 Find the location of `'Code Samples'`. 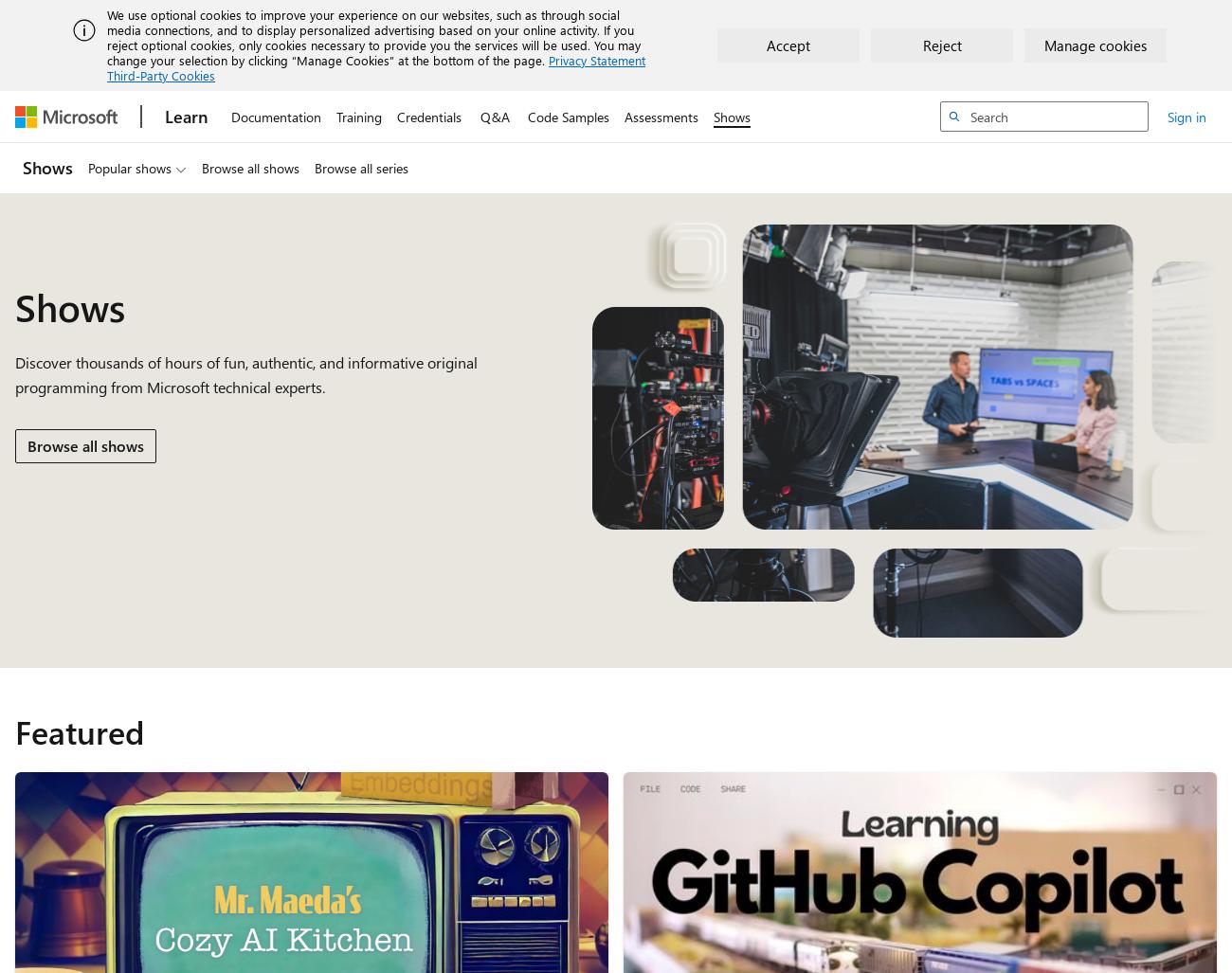

'Code Samples' is located at coordinates (527, 116).